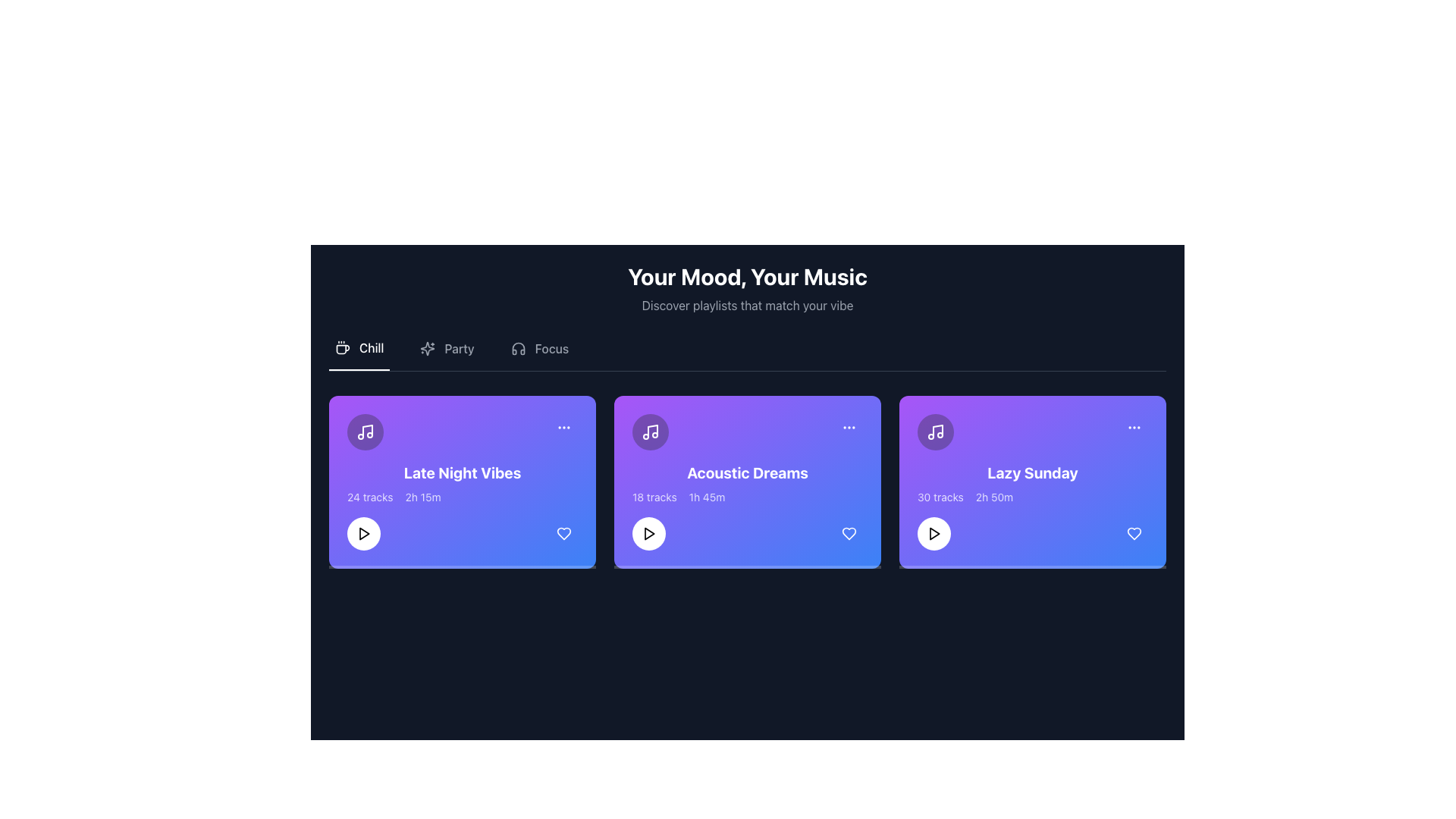 This screenshot has height=819, width=1456. What do you see at coordinates (1032, 472) in the screenshot?
I see `text label displaying 'Lazy Sunday', which is centrally positioned in the third card of the playlist under the 'Chill' category` at bounding box center [1032, 472].